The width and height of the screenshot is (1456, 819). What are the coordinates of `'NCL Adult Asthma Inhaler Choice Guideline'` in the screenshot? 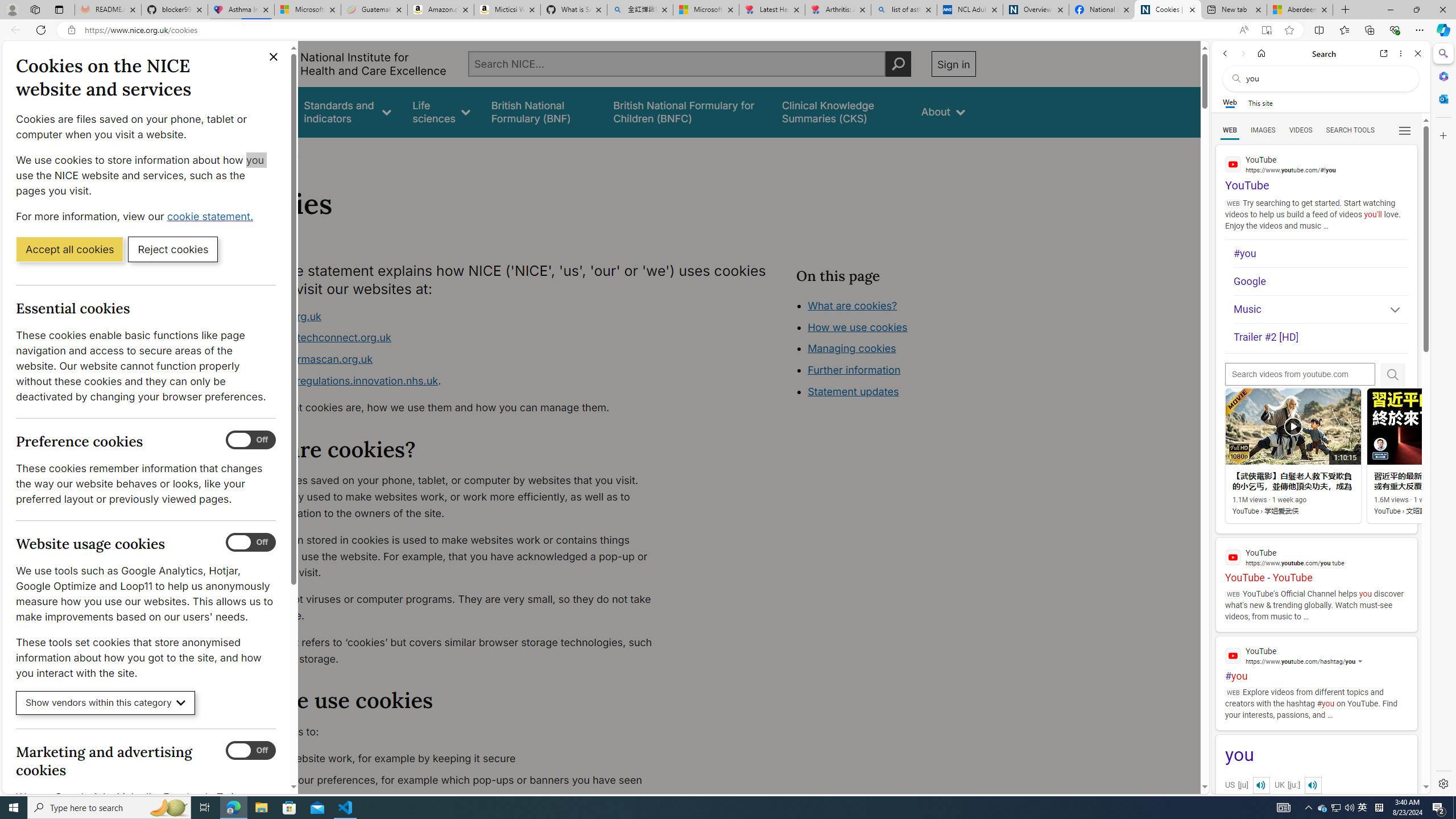 It's located at (969, 9).